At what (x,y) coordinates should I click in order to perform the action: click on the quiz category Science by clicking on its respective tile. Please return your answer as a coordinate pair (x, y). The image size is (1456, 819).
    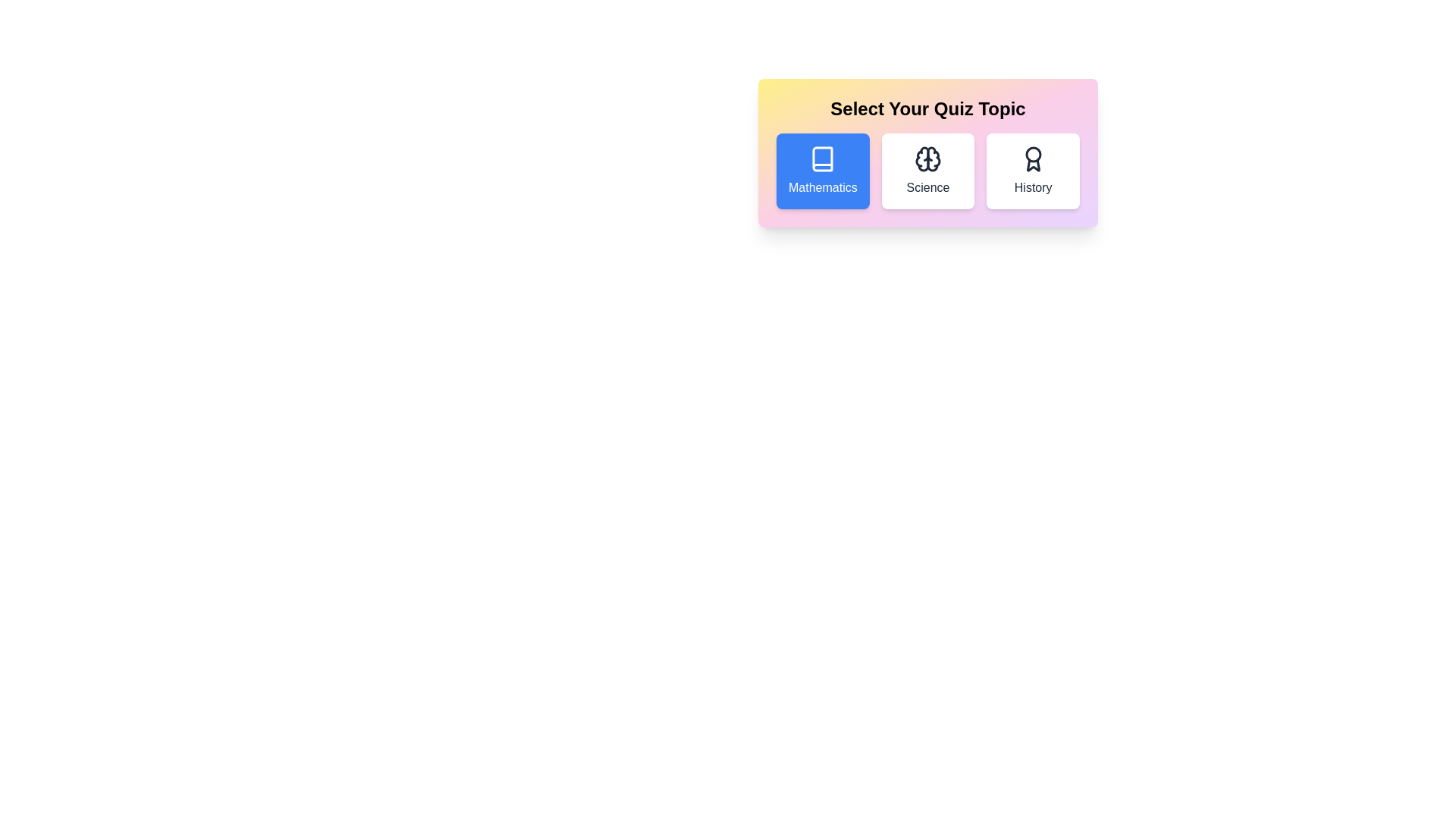
    Looking at the image, I should click on (927, 171).